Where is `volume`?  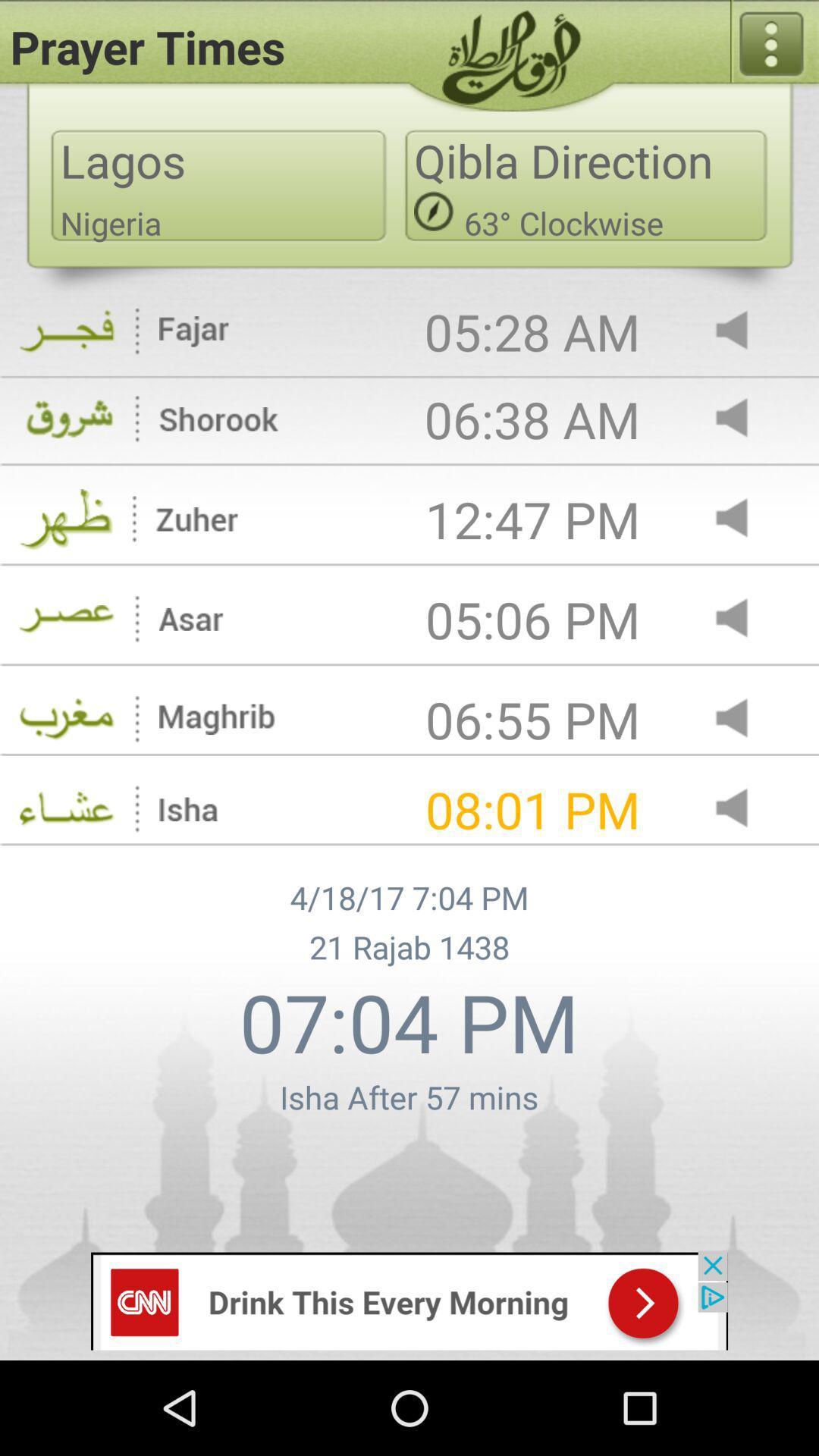 volume is located at coordinates (744, 519).